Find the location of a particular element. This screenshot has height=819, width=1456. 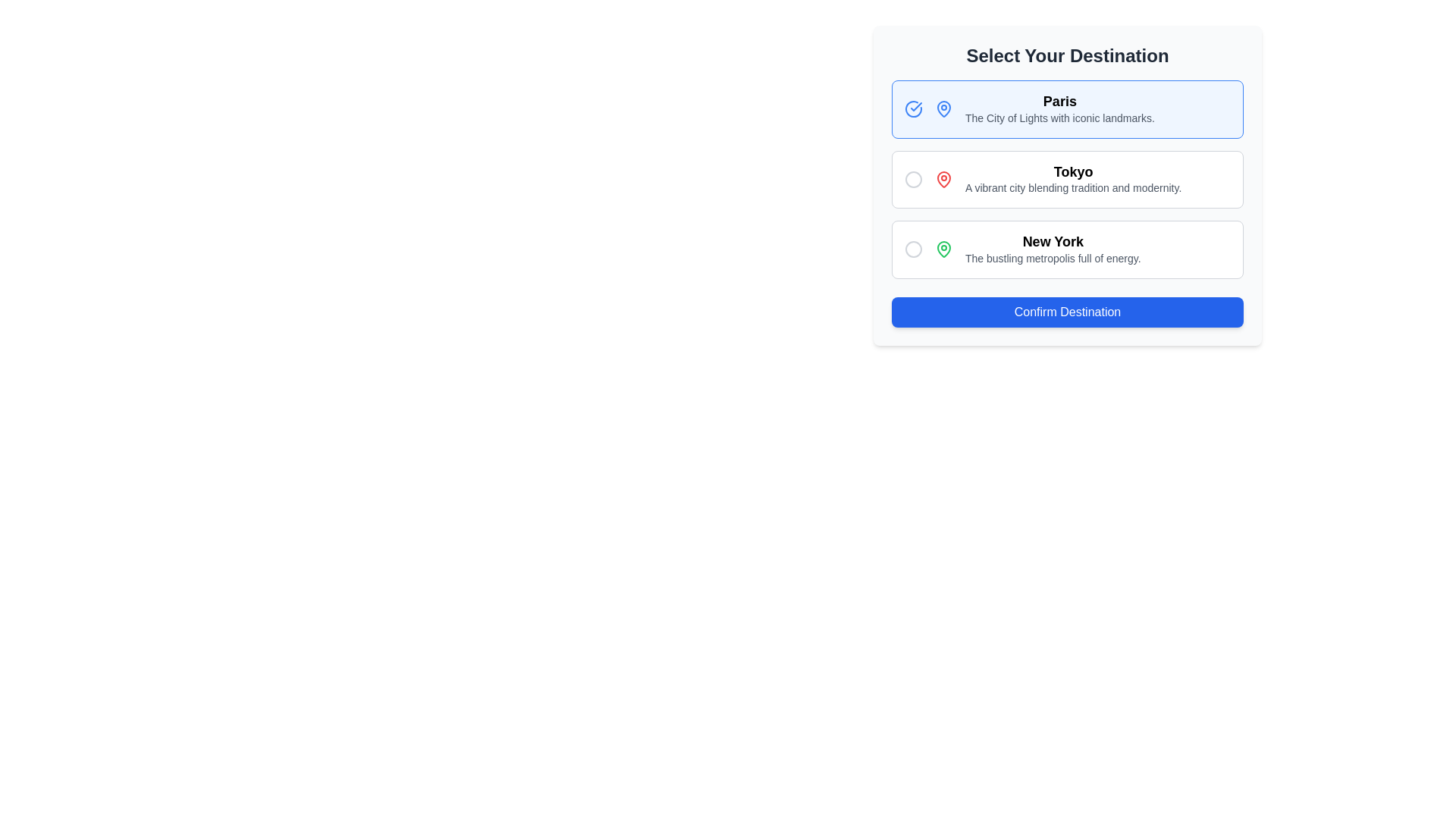

the Text header located at the topmost position of the destination selection interface, which introduces the surrounding UI components is located at coordinates (1066, 55).